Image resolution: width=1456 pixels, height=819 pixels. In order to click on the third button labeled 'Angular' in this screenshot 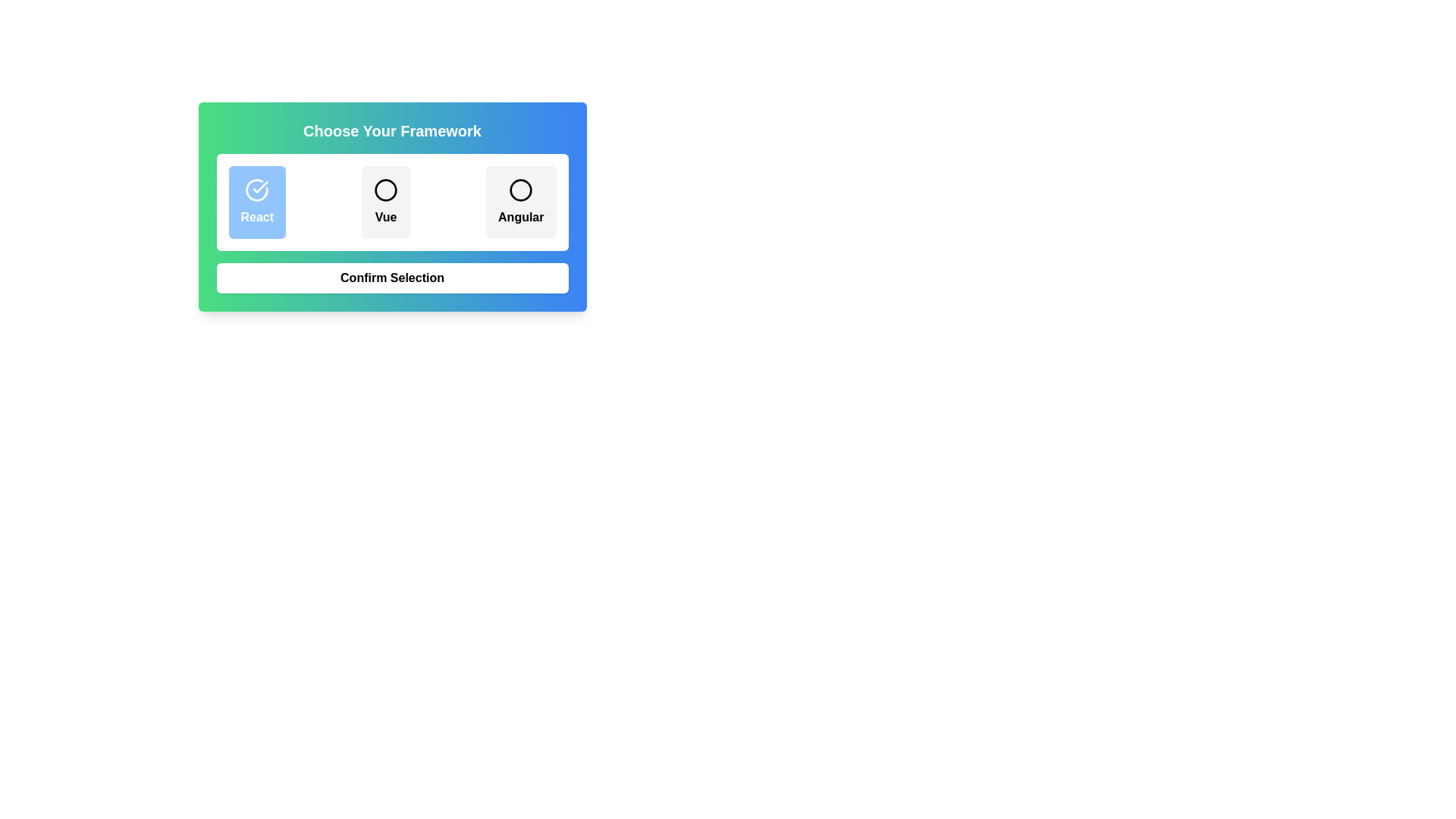, I will do `click(521, 201)`.